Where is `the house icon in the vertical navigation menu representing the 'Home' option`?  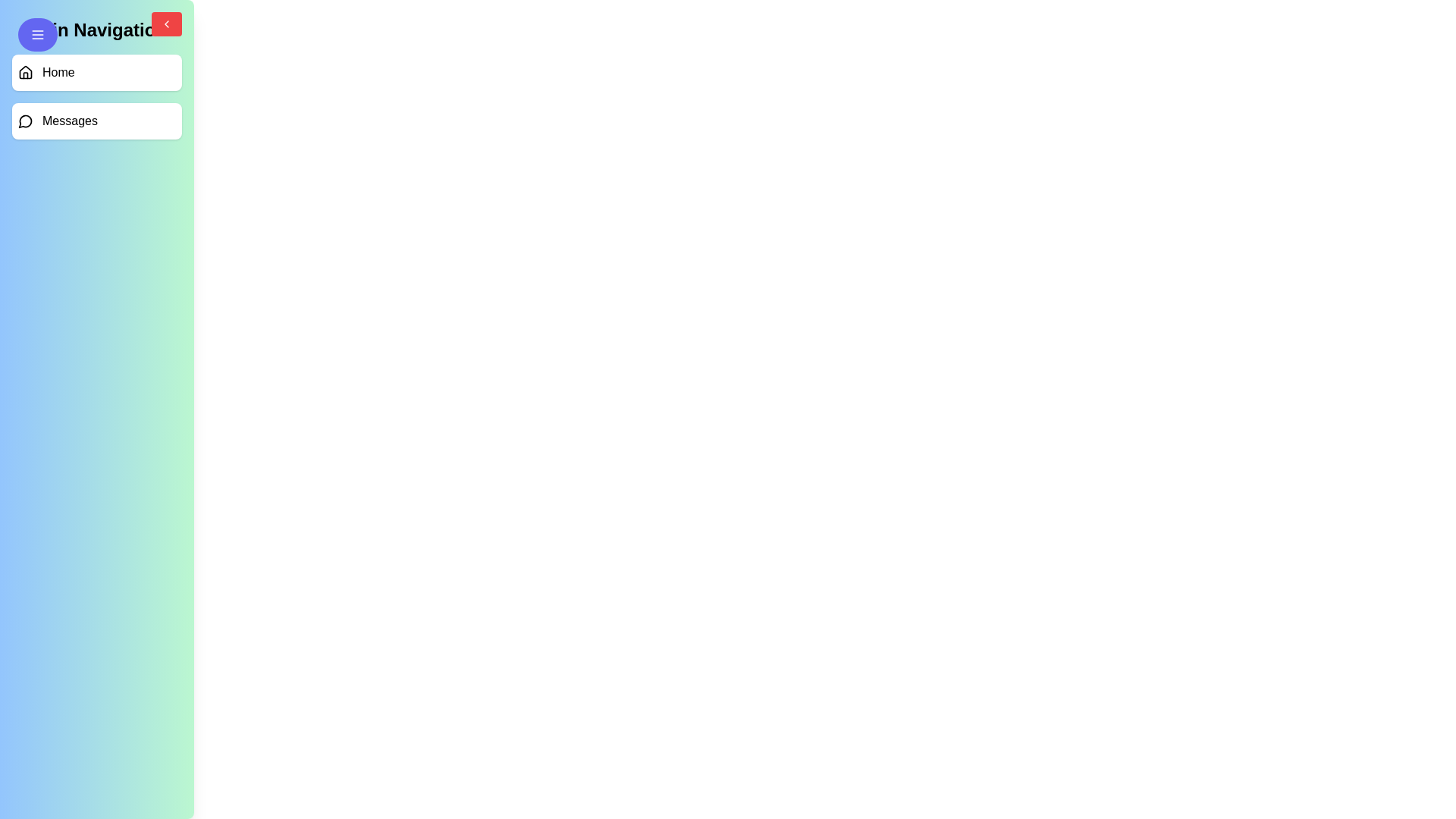
the house icon in the vertical navigation menu representing the 'Home' option is located at coordinates (25, 72).